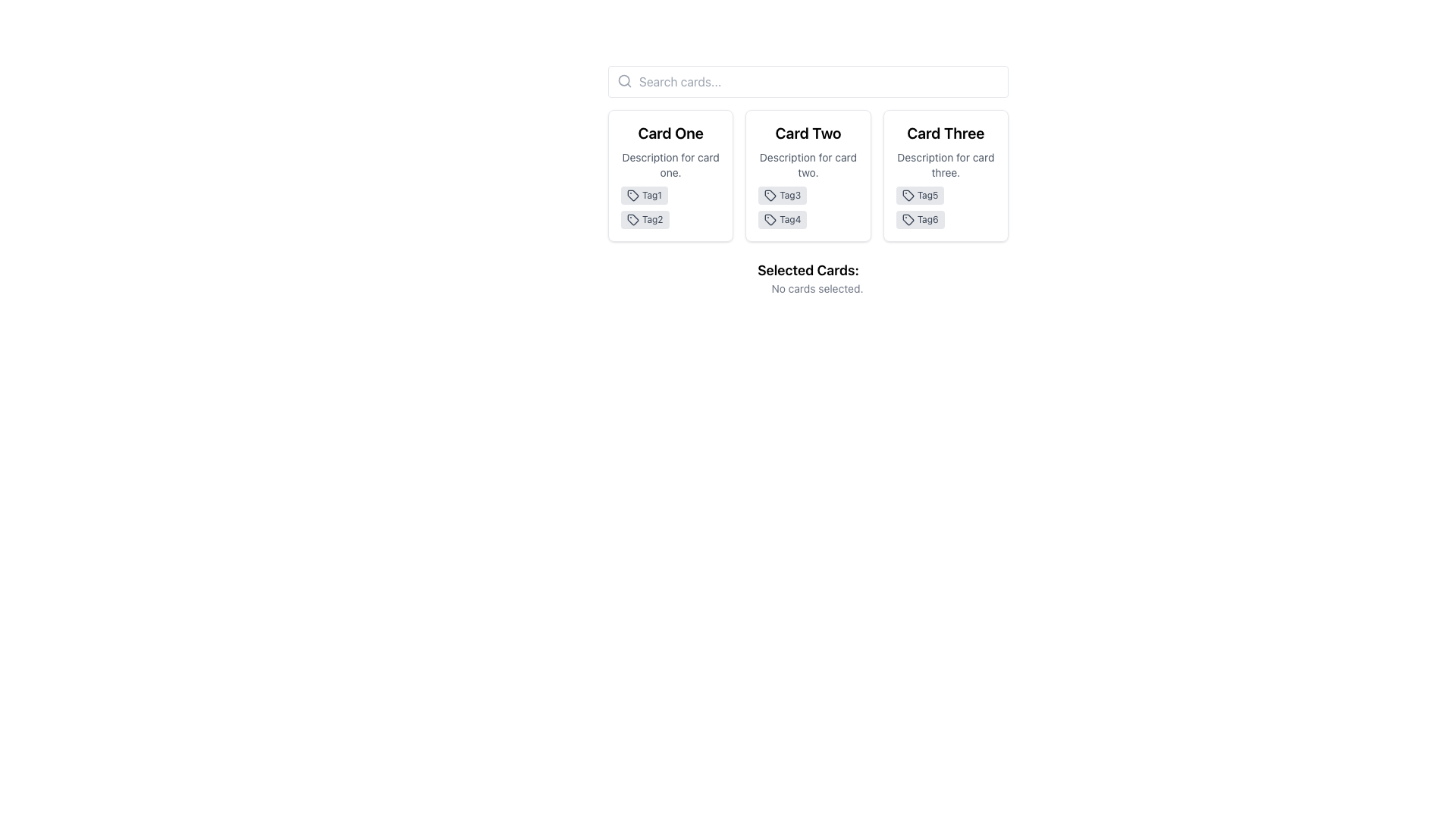 Image resolution: width=1456 pixels, height=819 pixels. What do you see at coordinates (624, 80) in the screenshot?
I see `the SVG circle element located in the upper-left corner of the search bar, which resembles a small graphical icon` at bounding box center [624, 80].